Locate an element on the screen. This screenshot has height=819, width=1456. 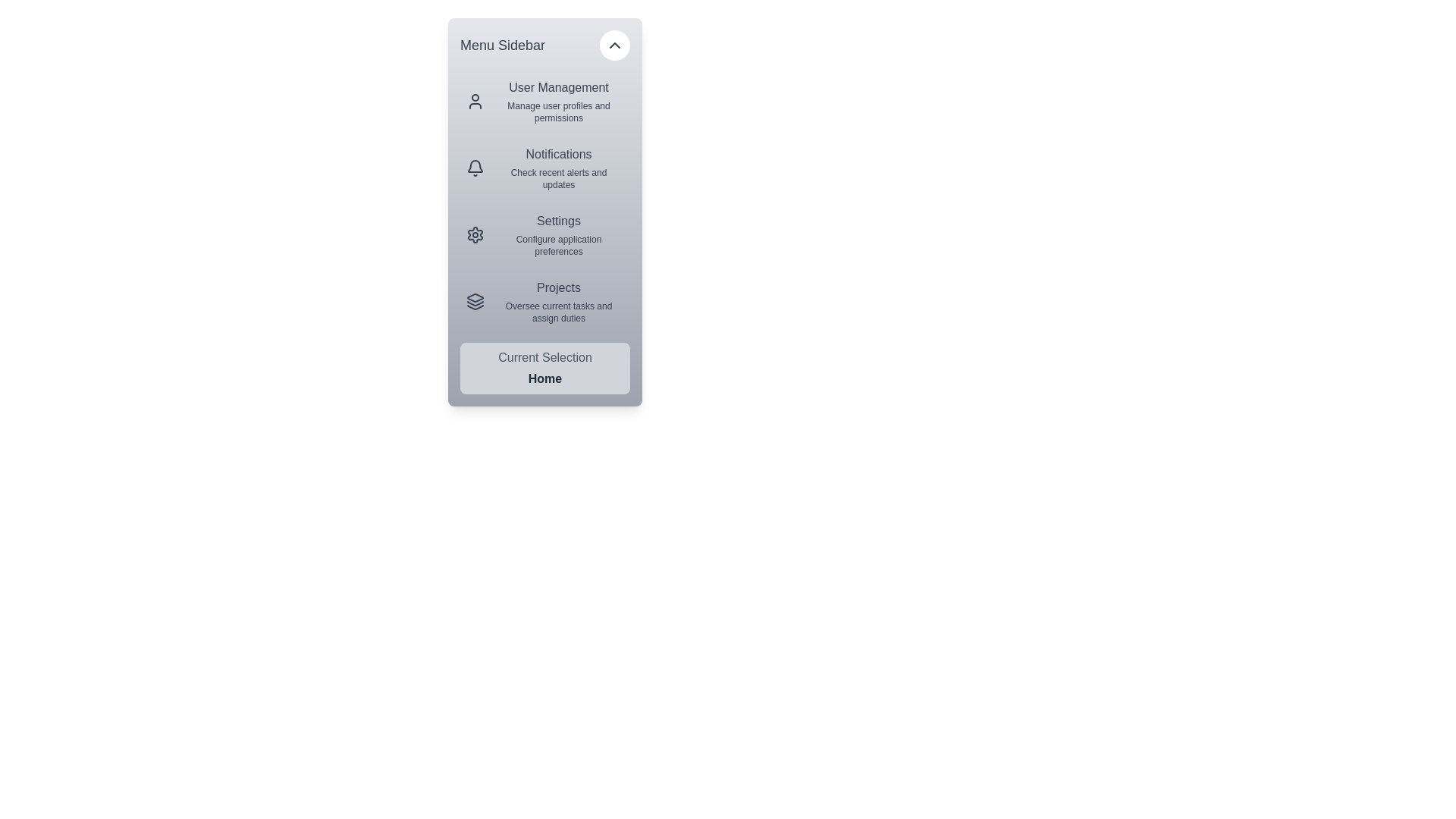
the second item in the sidebar menu that navigates to the notifications section is located at coordinates (545, 168).